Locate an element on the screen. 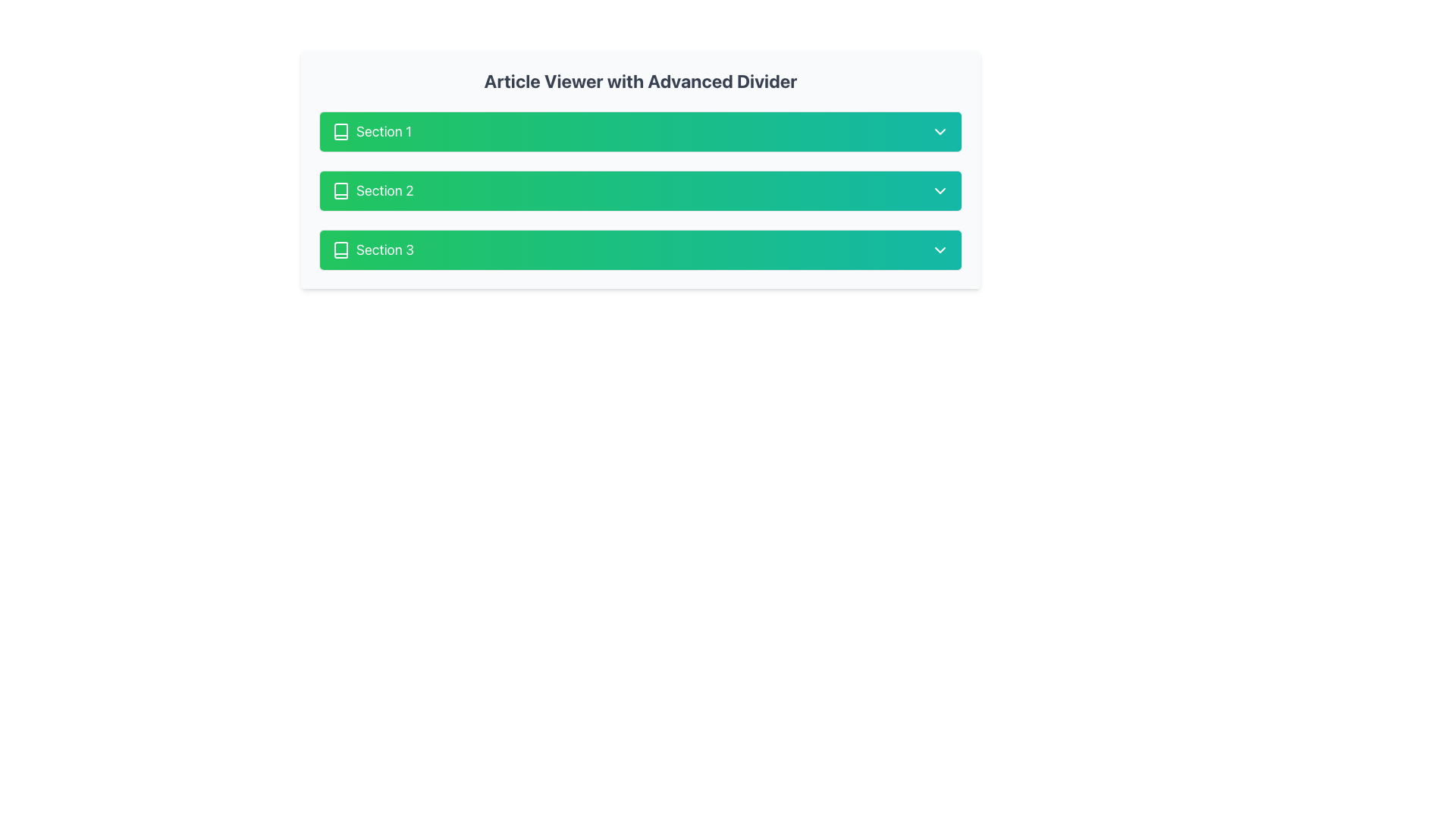 The image size is (1456, 819). the 'Section 2' label with a book icon to interact with the section is located at coordinates (372, 190).